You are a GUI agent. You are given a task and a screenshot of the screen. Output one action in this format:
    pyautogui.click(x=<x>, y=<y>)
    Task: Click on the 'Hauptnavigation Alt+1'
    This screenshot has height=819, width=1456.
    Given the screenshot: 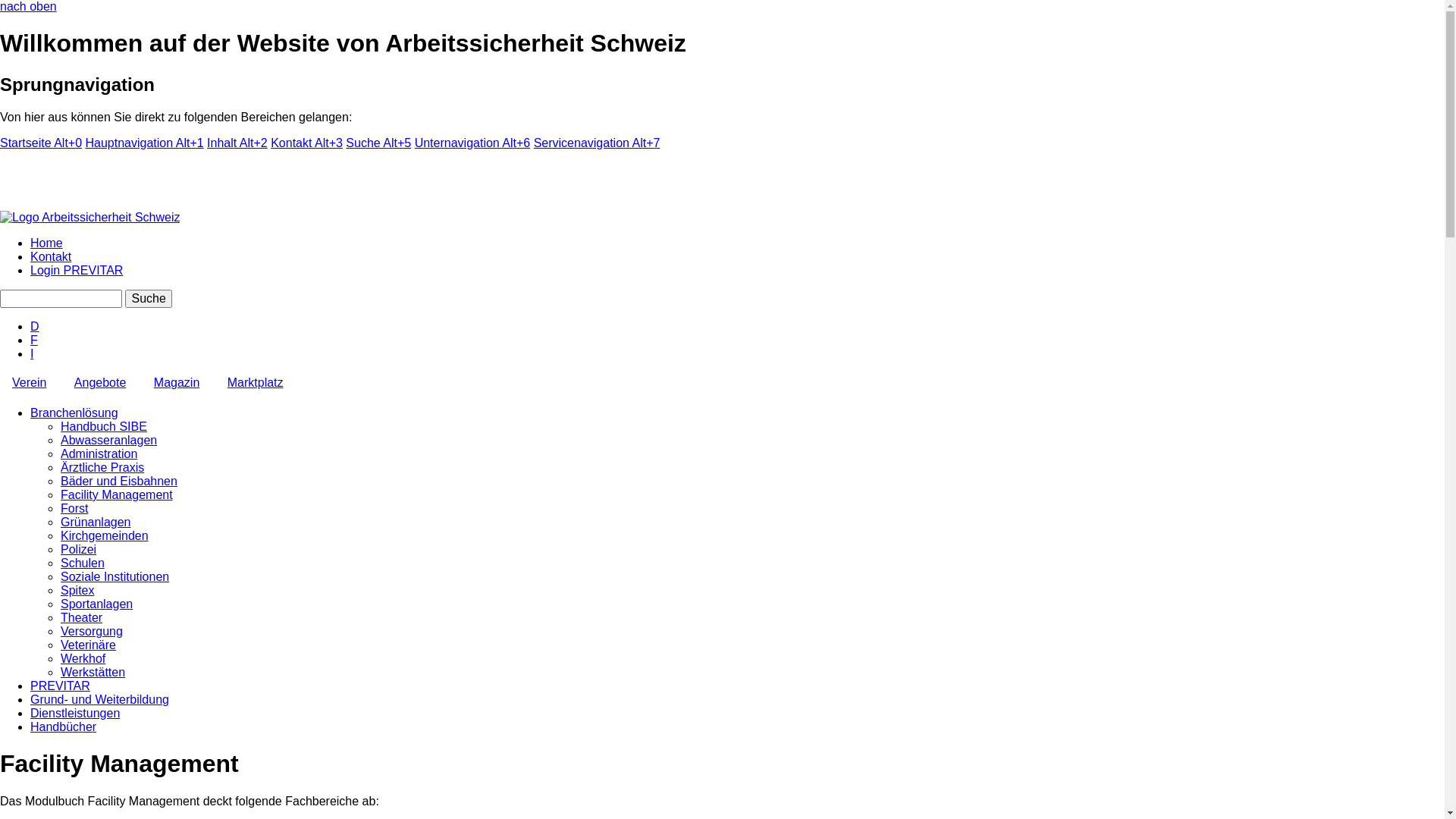 What is the action you would take?
    pyautogui.click(x=145, y=143)
    